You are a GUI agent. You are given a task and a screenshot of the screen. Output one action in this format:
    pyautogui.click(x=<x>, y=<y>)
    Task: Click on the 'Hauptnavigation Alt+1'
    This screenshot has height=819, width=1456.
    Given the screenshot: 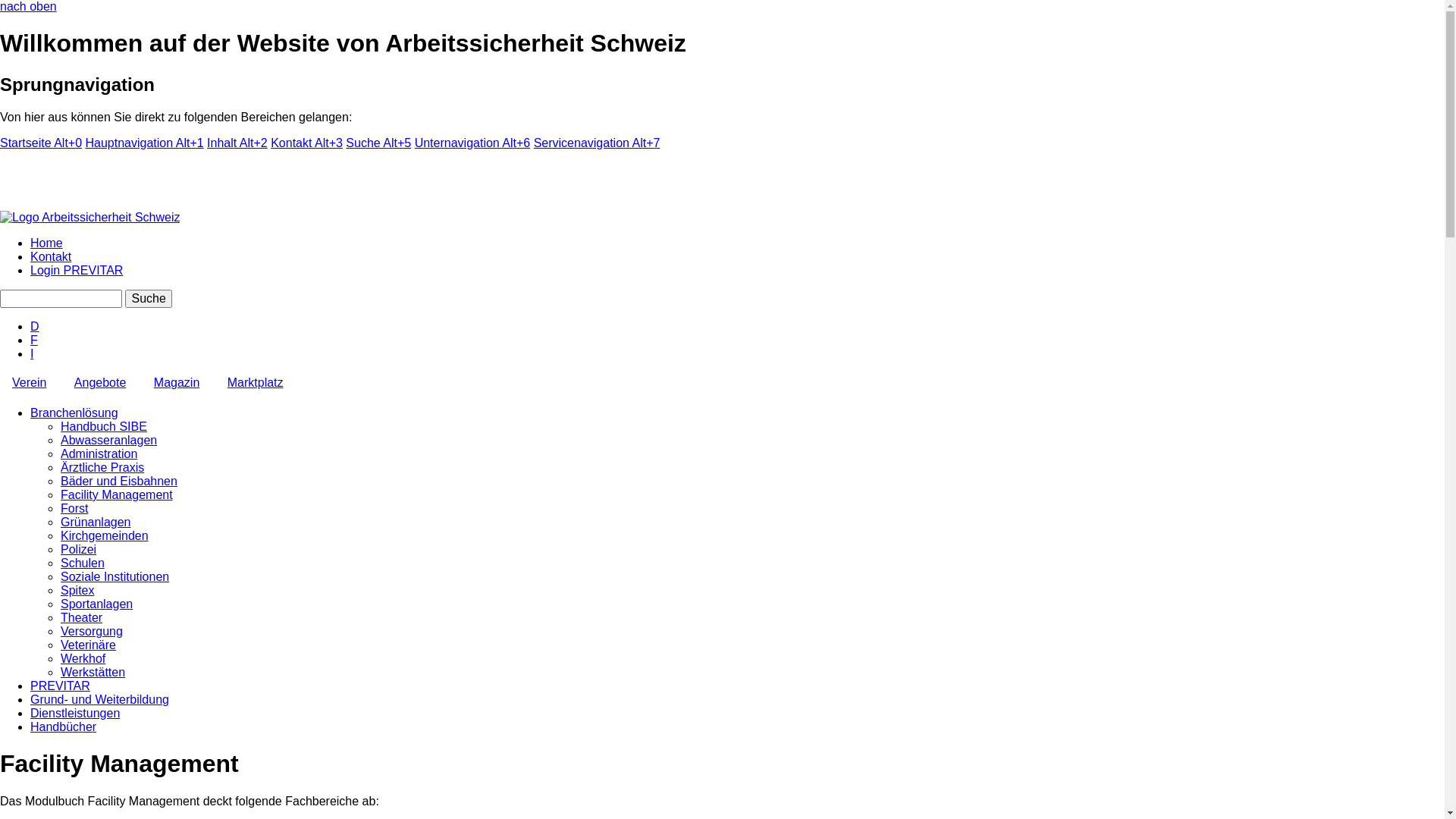 What is the action you would take?
    pyautogui.click(x=145, y=143)
    